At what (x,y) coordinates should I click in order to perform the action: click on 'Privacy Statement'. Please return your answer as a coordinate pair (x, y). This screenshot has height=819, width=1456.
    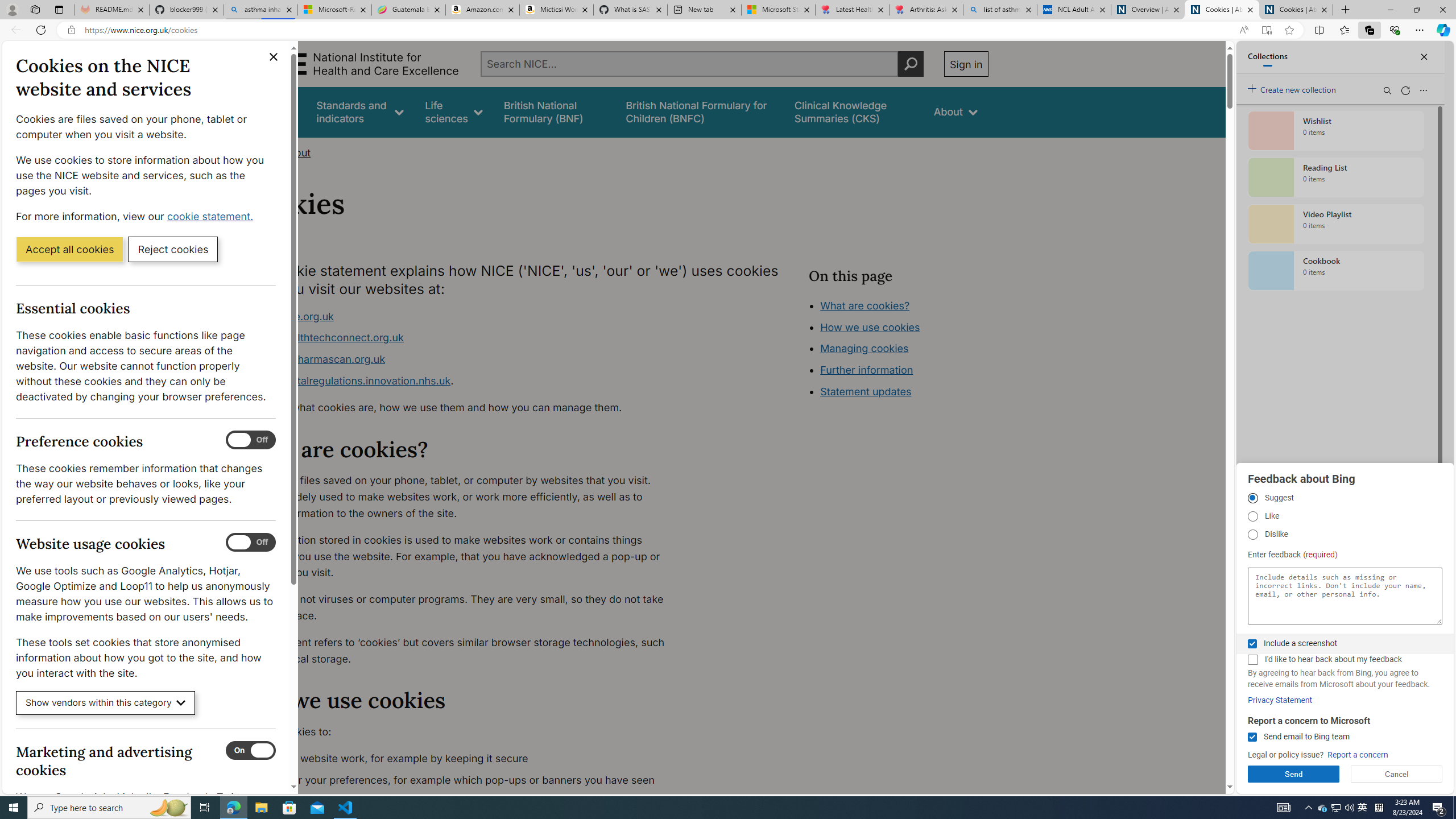
    Looking at the image, I should click on (1280, 700).